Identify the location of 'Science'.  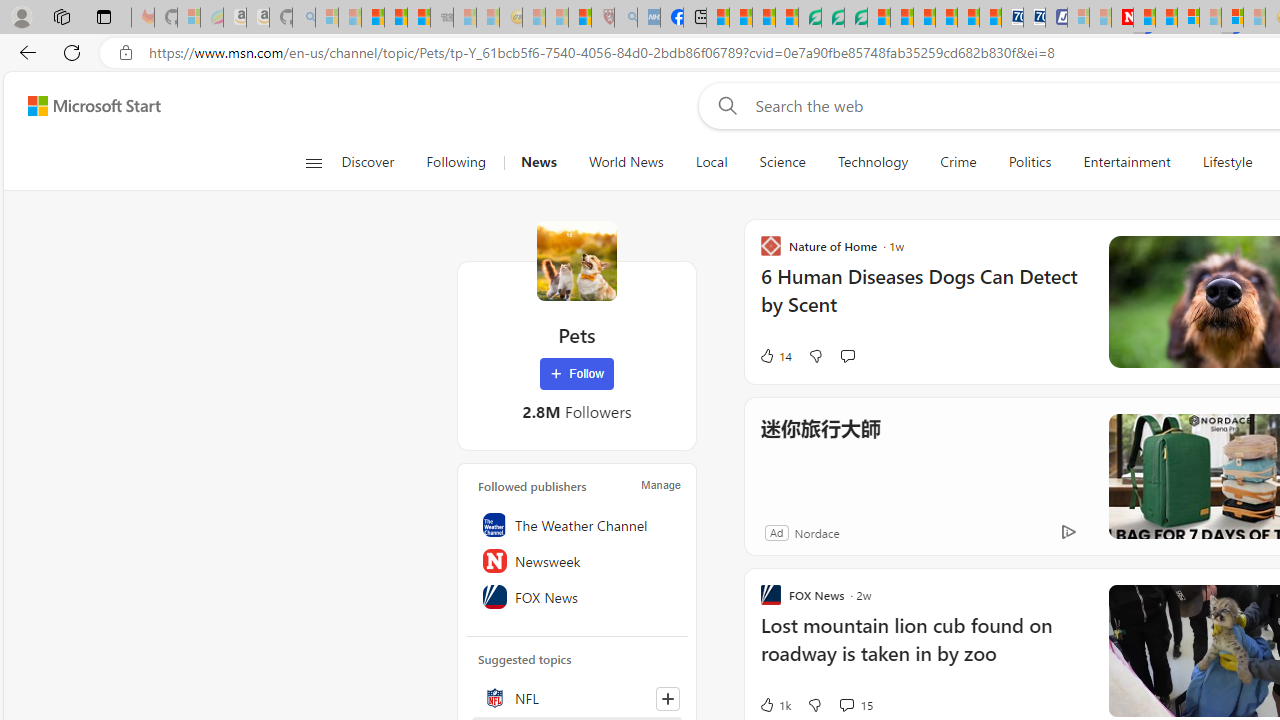
(781, 162).